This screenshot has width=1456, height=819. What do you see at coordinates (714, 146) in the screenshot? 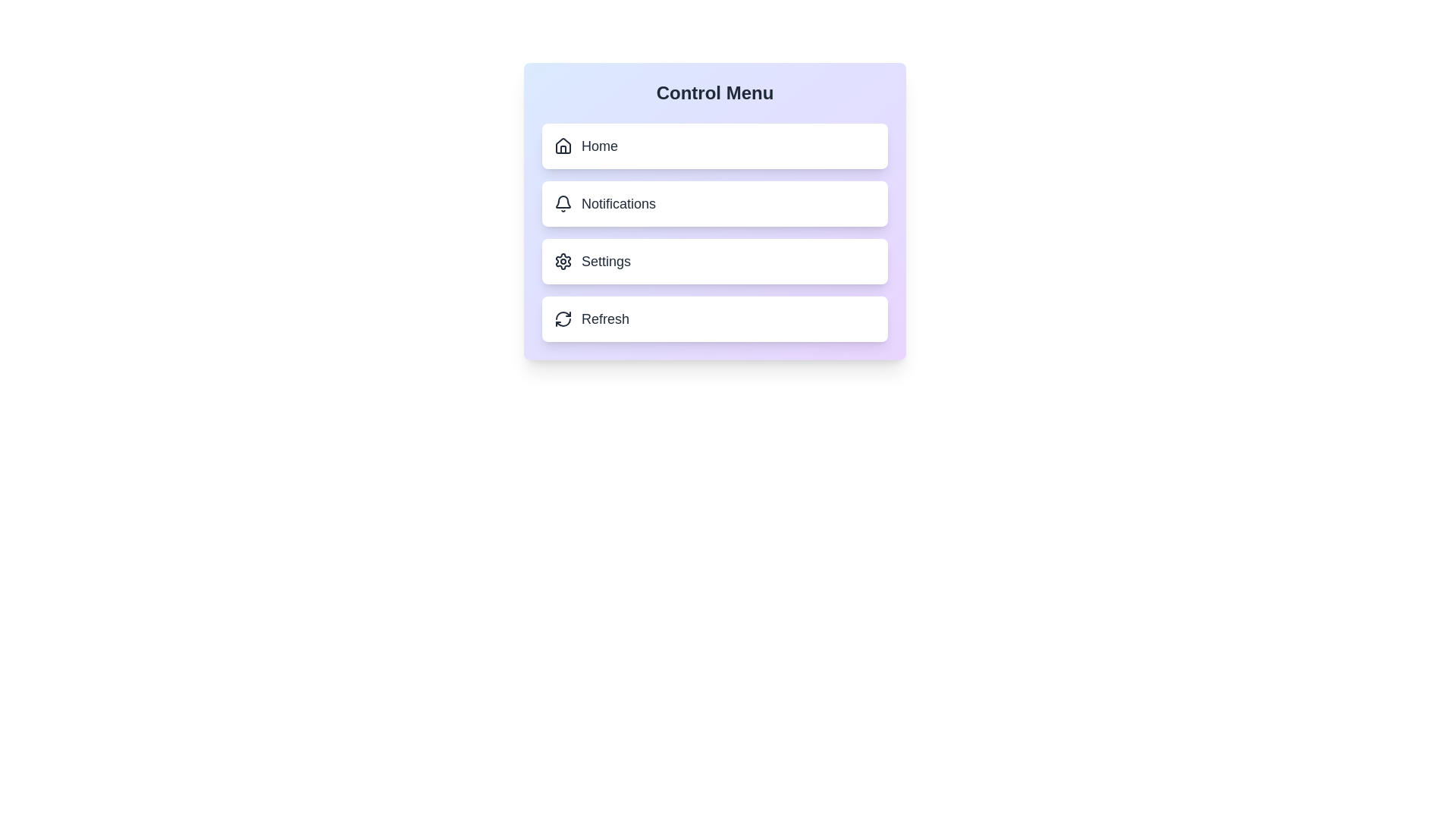
I see `the menu option Home to observe the hover effects` at bounding box center [714, 146].